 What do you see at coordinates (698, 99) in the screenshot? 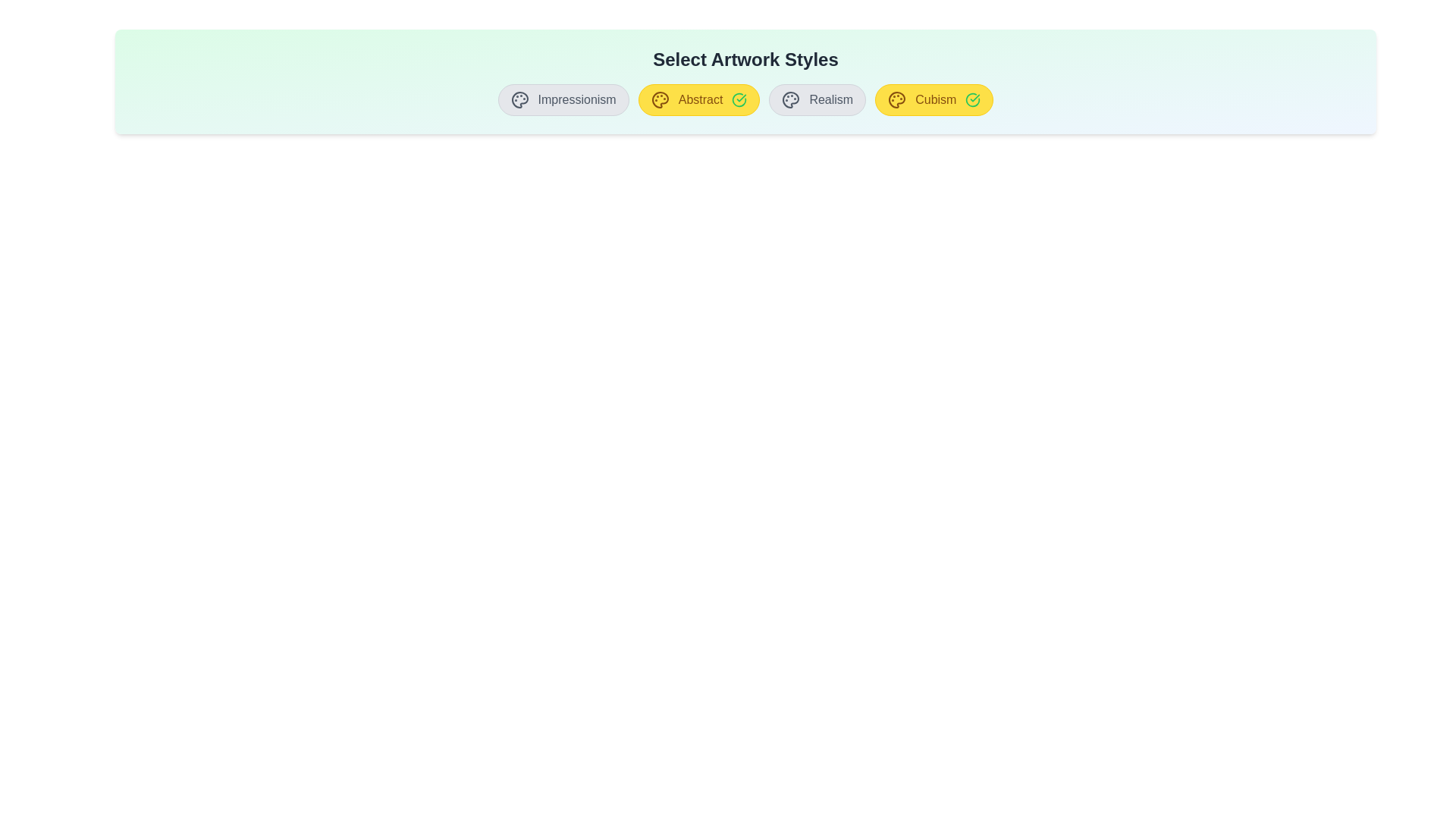
I see `the artwork style button corresponding to Abstract` at bounding box center [698, 99].